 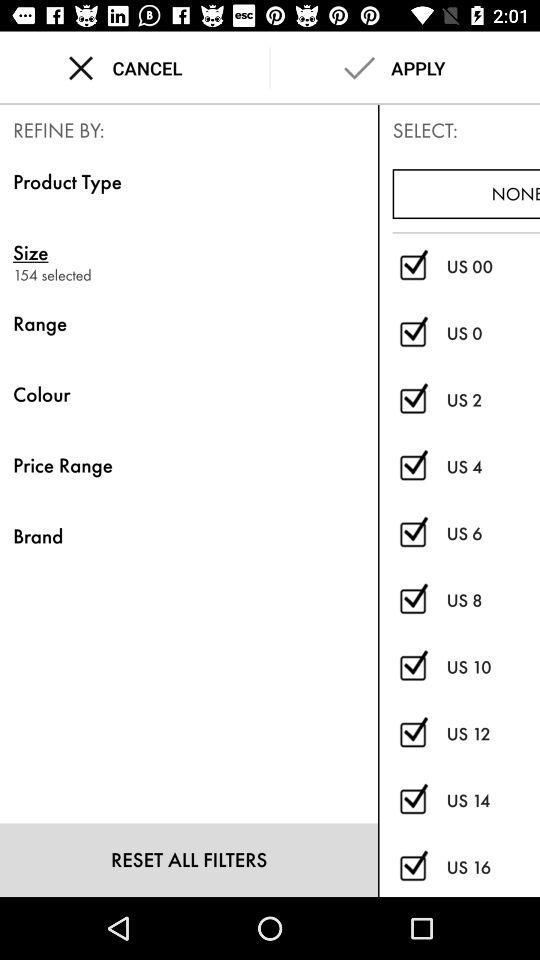 What do you see at coordinates (412, 733) in the screenshot?
I see `size to include` at bounding box center [412, 733].